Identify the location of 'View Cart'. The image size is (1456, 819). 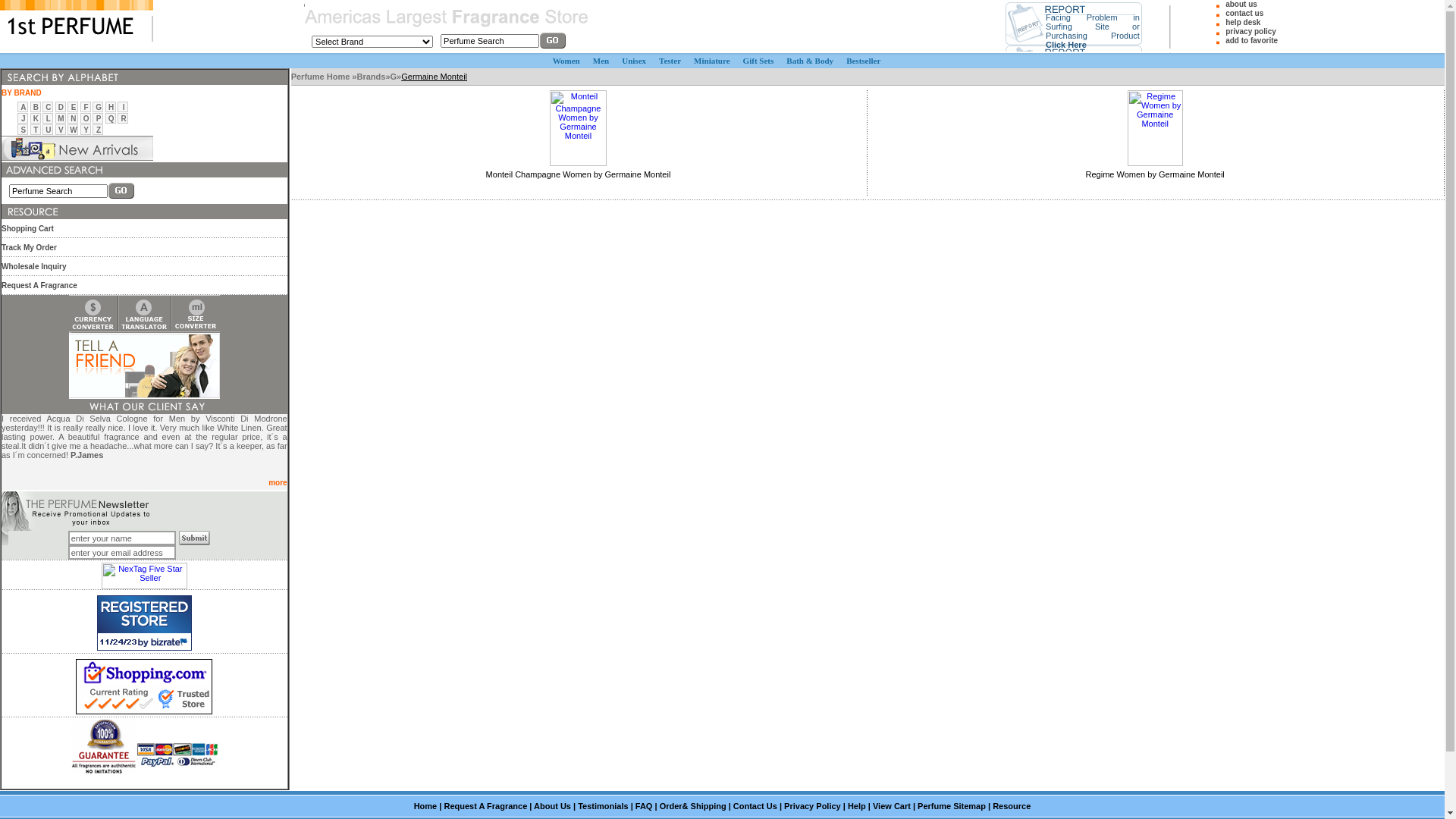
(892, 805).